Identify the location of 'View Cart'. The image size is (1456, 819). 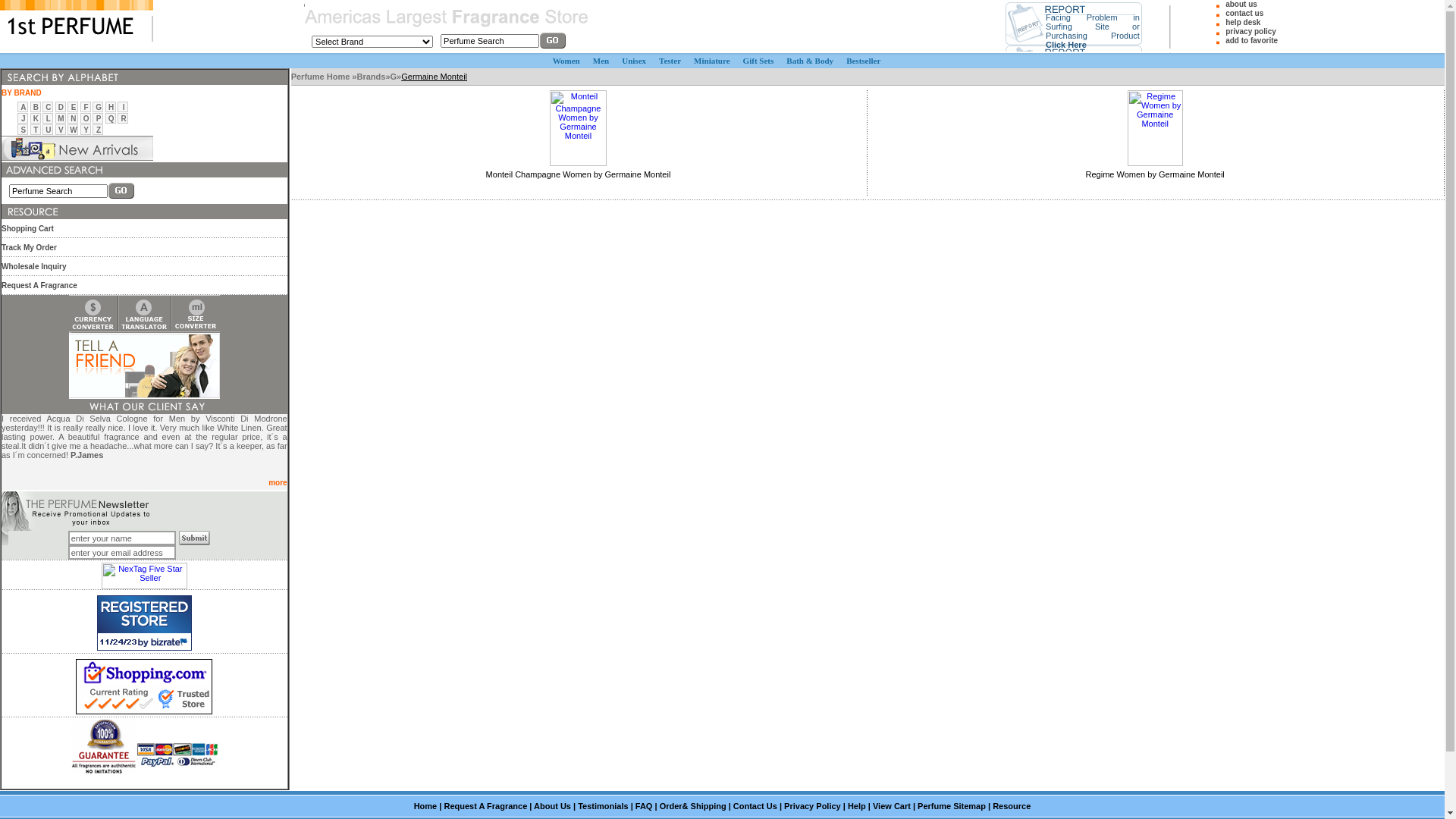
(892, 805).